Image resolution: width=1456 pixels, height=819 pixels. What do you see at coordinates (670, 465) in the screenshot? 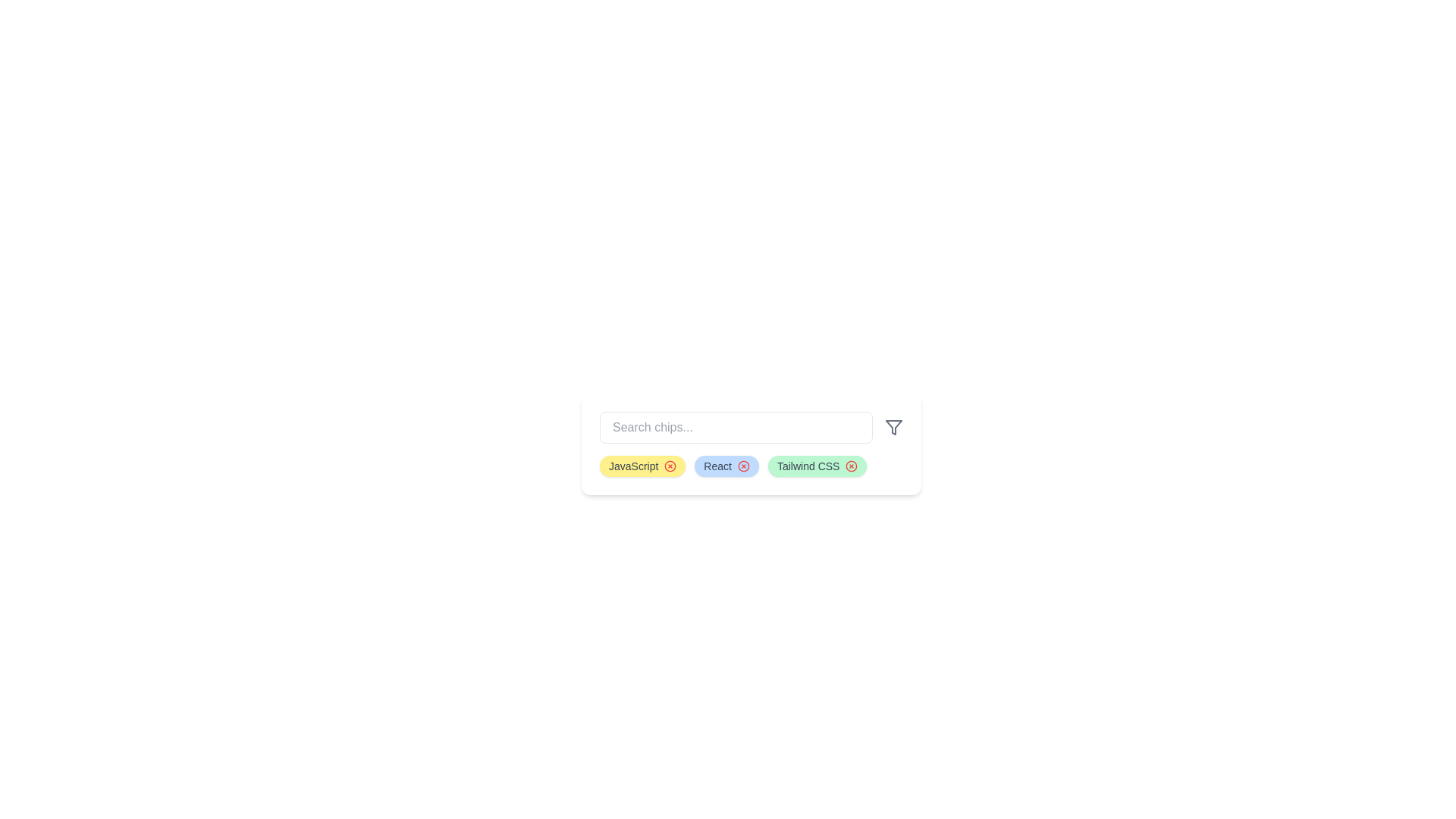
I see `the close button of the chip labeled JavaScript` at bounding box center [670, 465].